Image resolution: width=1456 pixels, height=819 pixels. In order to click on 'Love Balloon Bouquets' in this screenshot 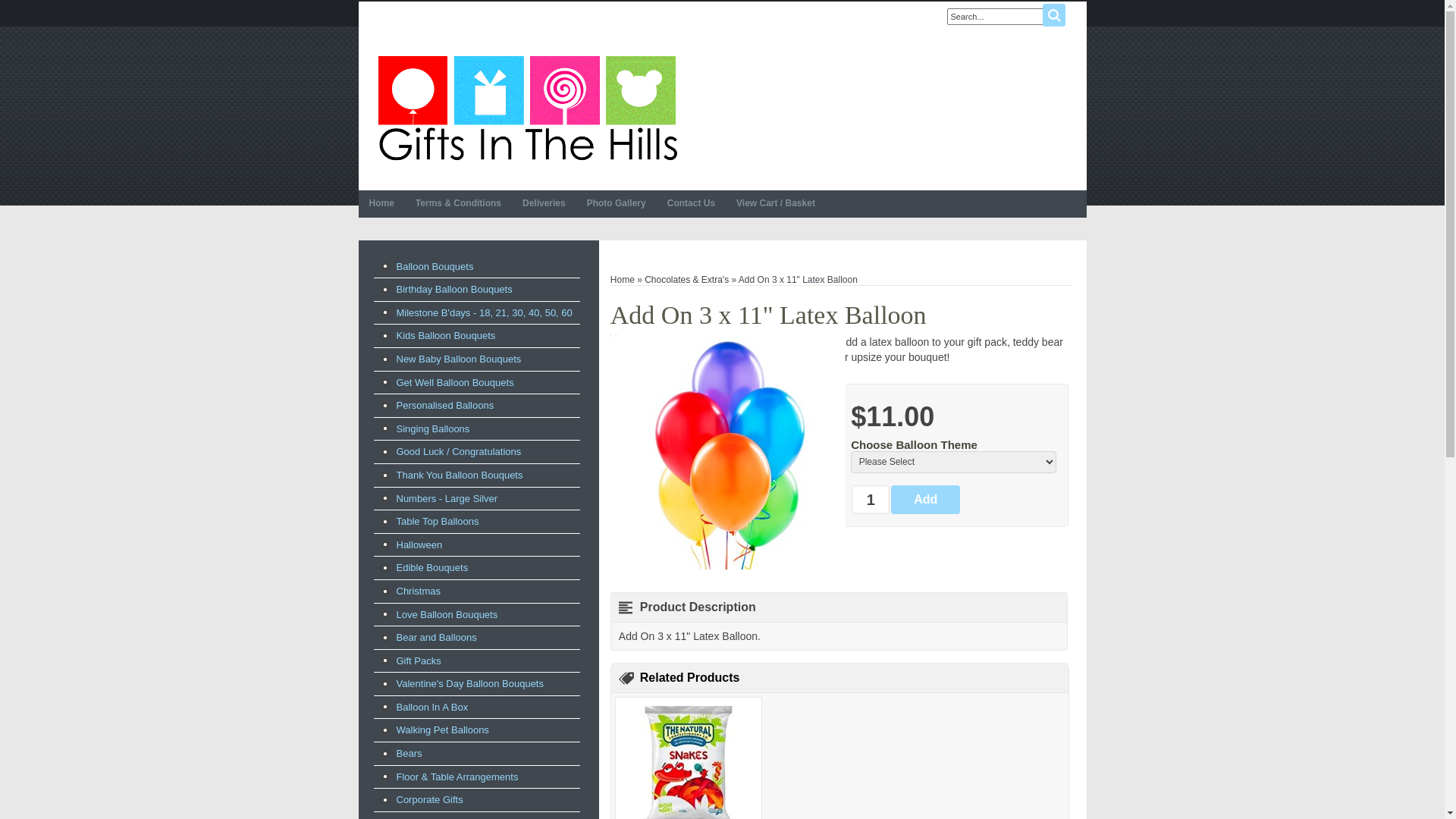, I will do `click(475, 614)`.